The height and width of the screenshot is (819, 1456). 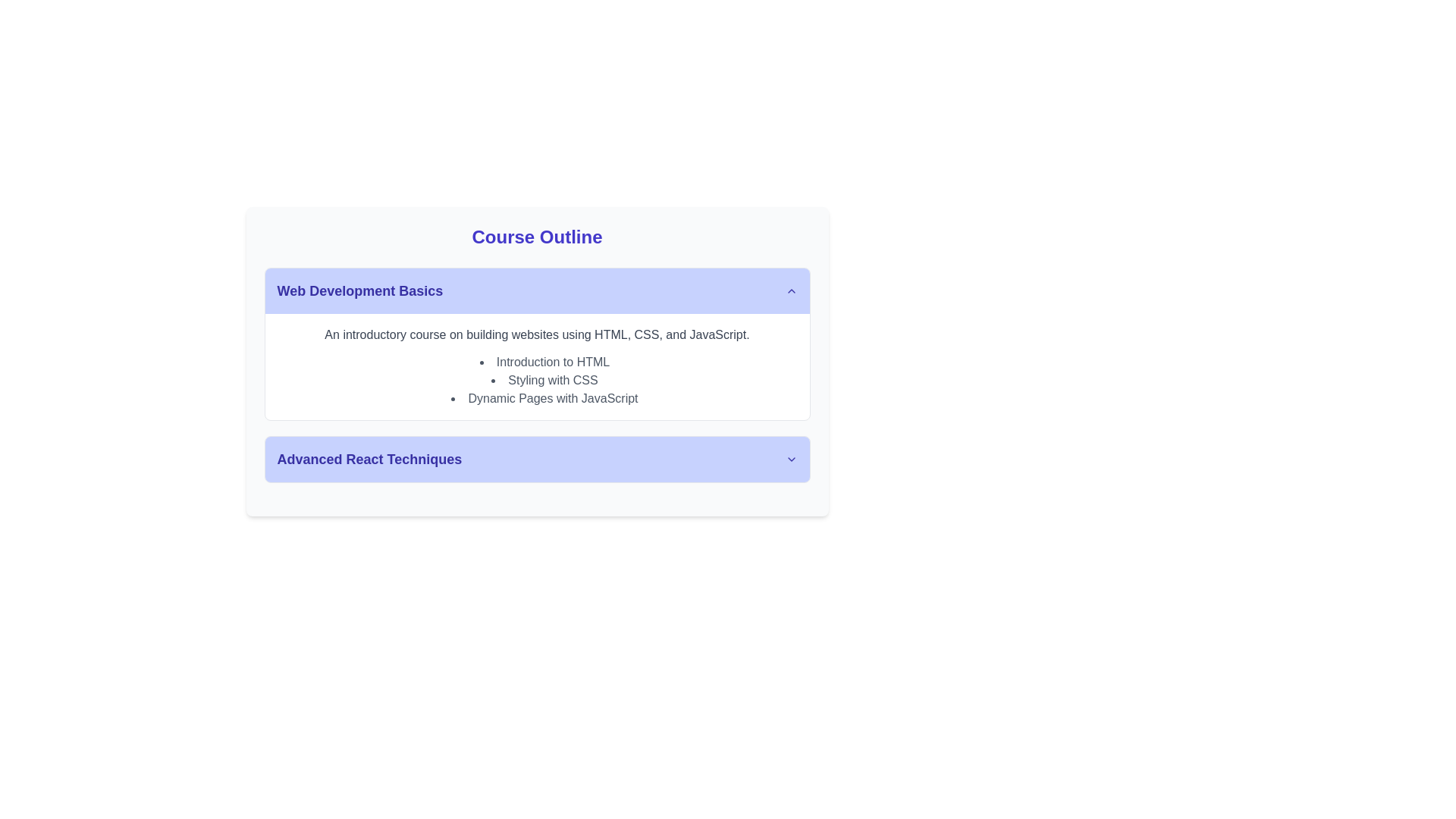 I want to click on the Chevron Arrow icon located at the far right of the 'Web Development Basics' header, so click(x=790, y=291).